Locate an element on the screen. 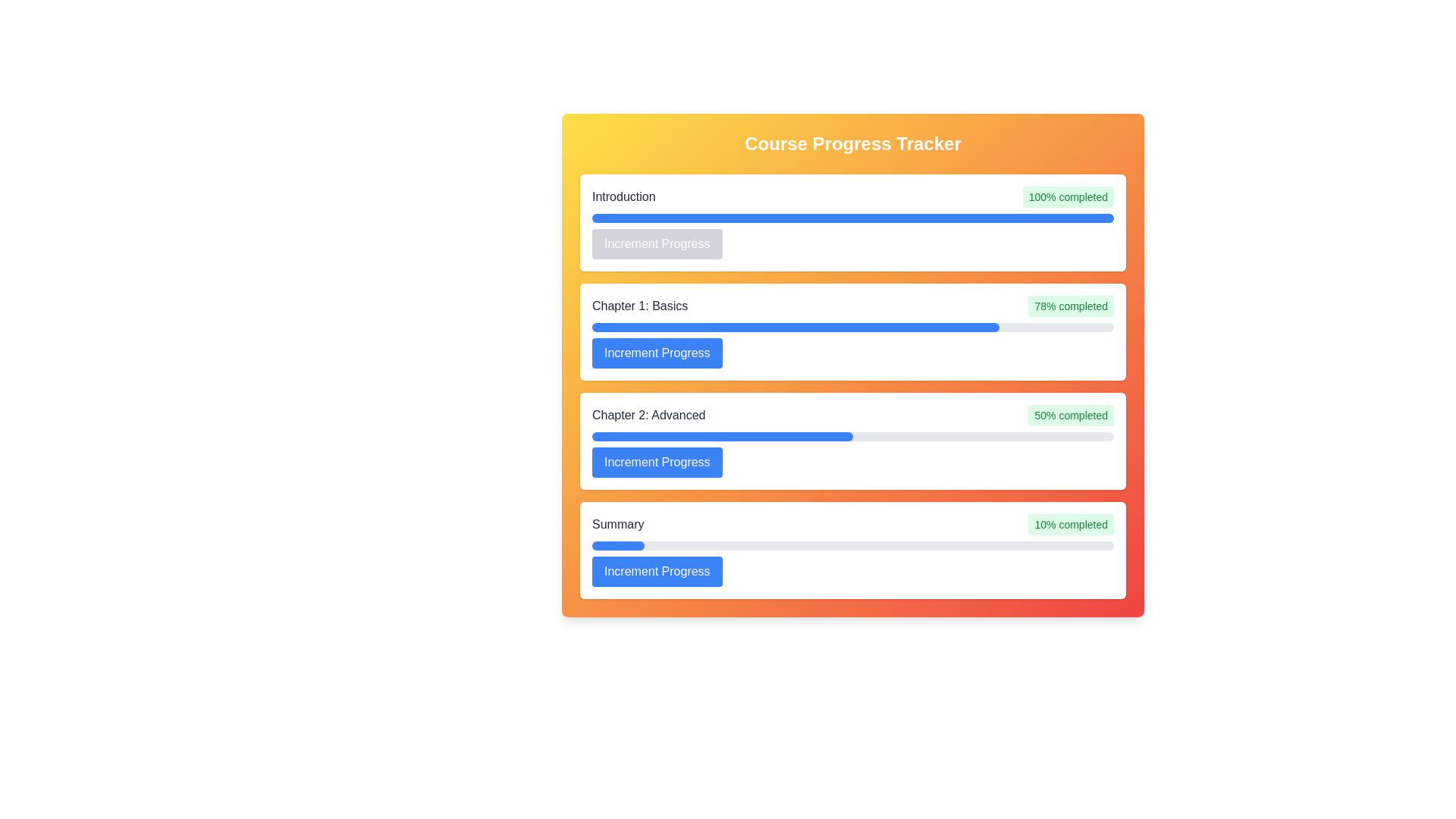  the interactive progress increment button located in the 'Chapter 1: Basics' section, directly below the progress bar and next to the '78% completed' label is located at coordinates (657, 353).